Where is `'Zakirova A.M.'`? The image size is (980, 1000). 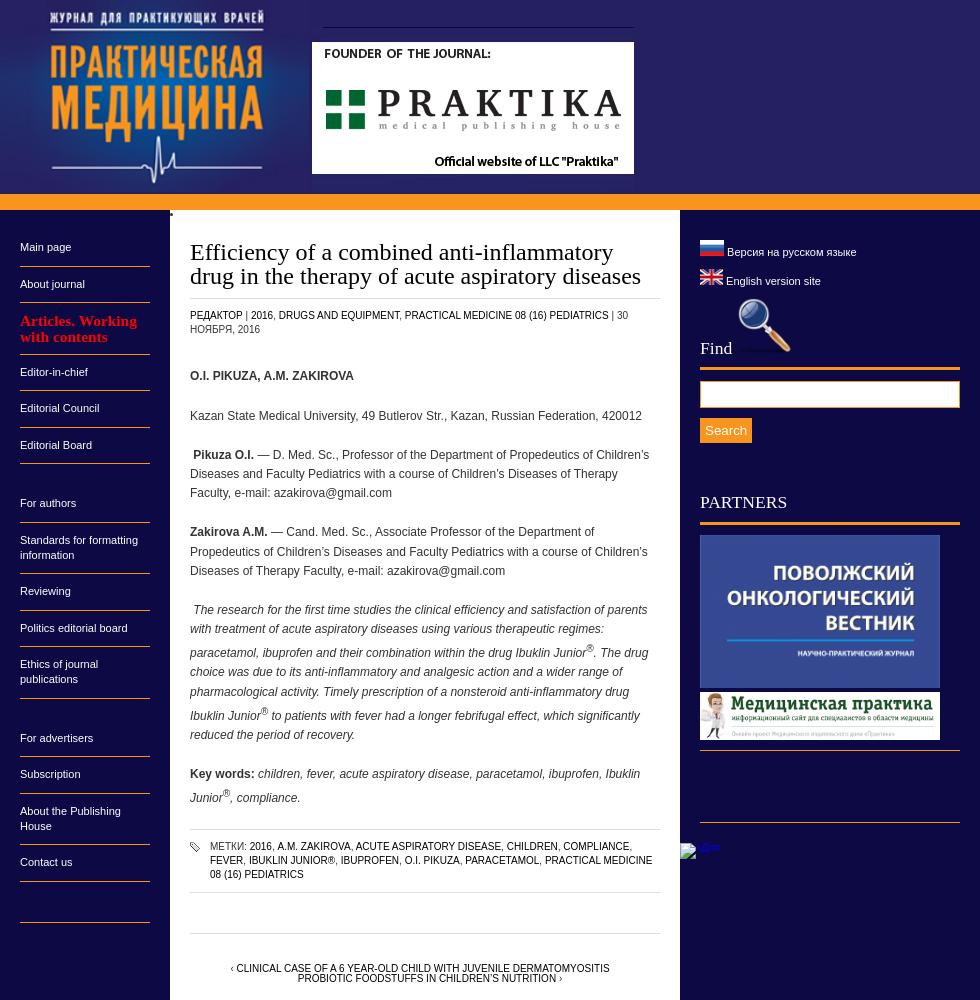
'Zakirova A.M.' is located at coordinates (228, 532).